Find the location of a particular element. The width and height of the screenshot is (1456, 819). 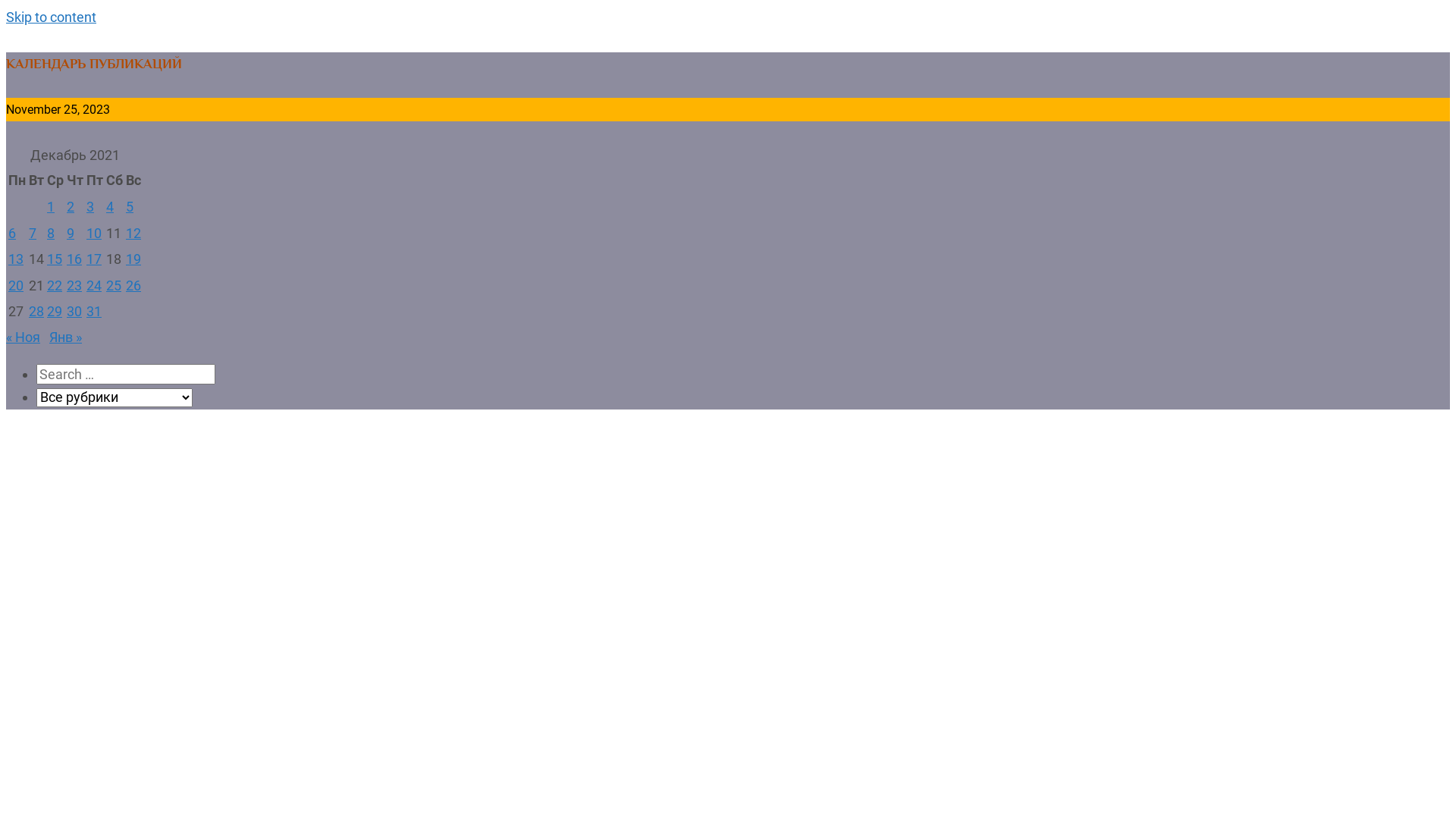

'9' is located at coordinates (69, 233).